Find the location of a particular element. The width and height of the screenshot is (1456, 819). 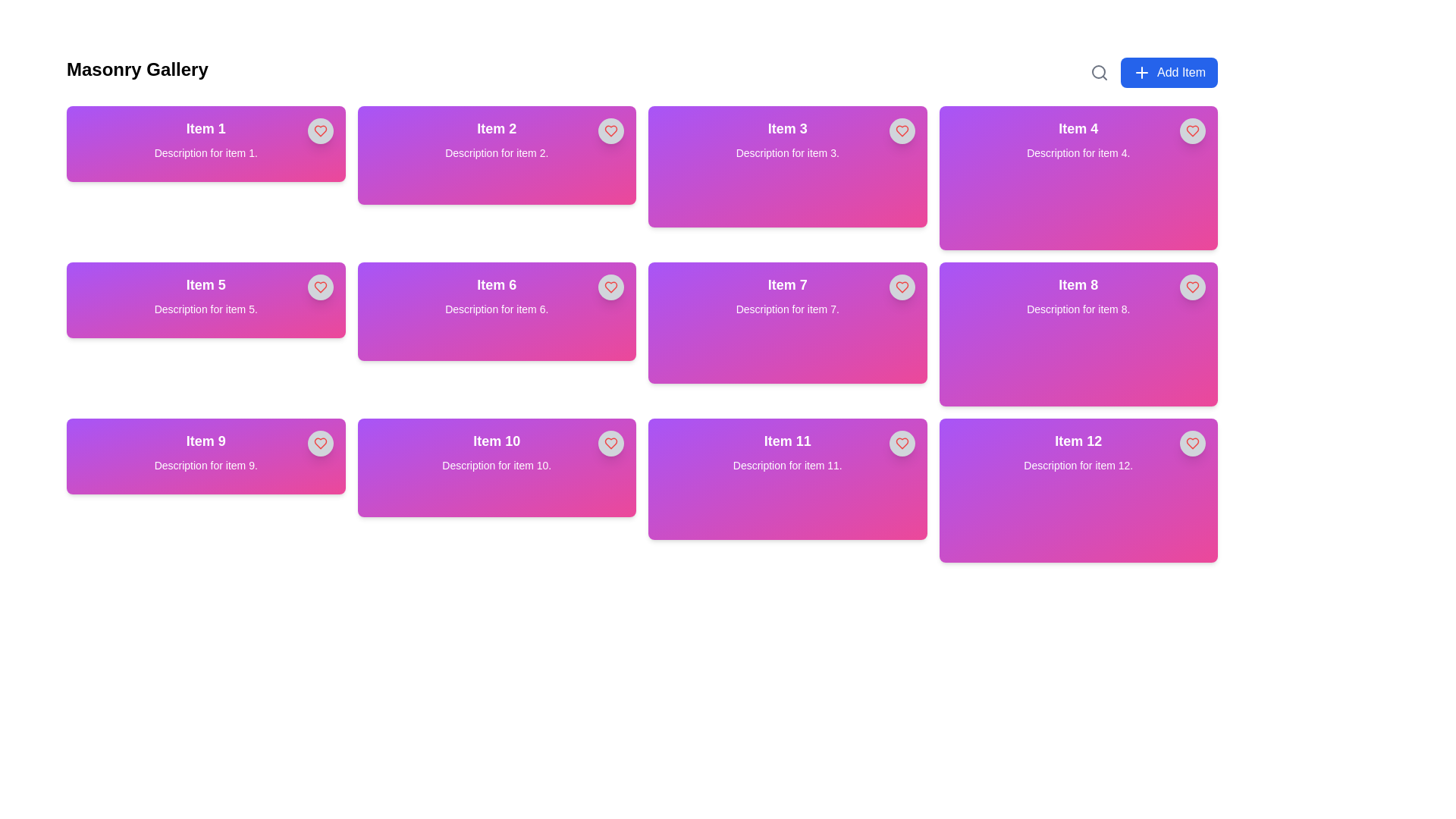

the heart icon located at the top-right corner of the card titled 'Item 8' is located at coordinates (1192, 287).